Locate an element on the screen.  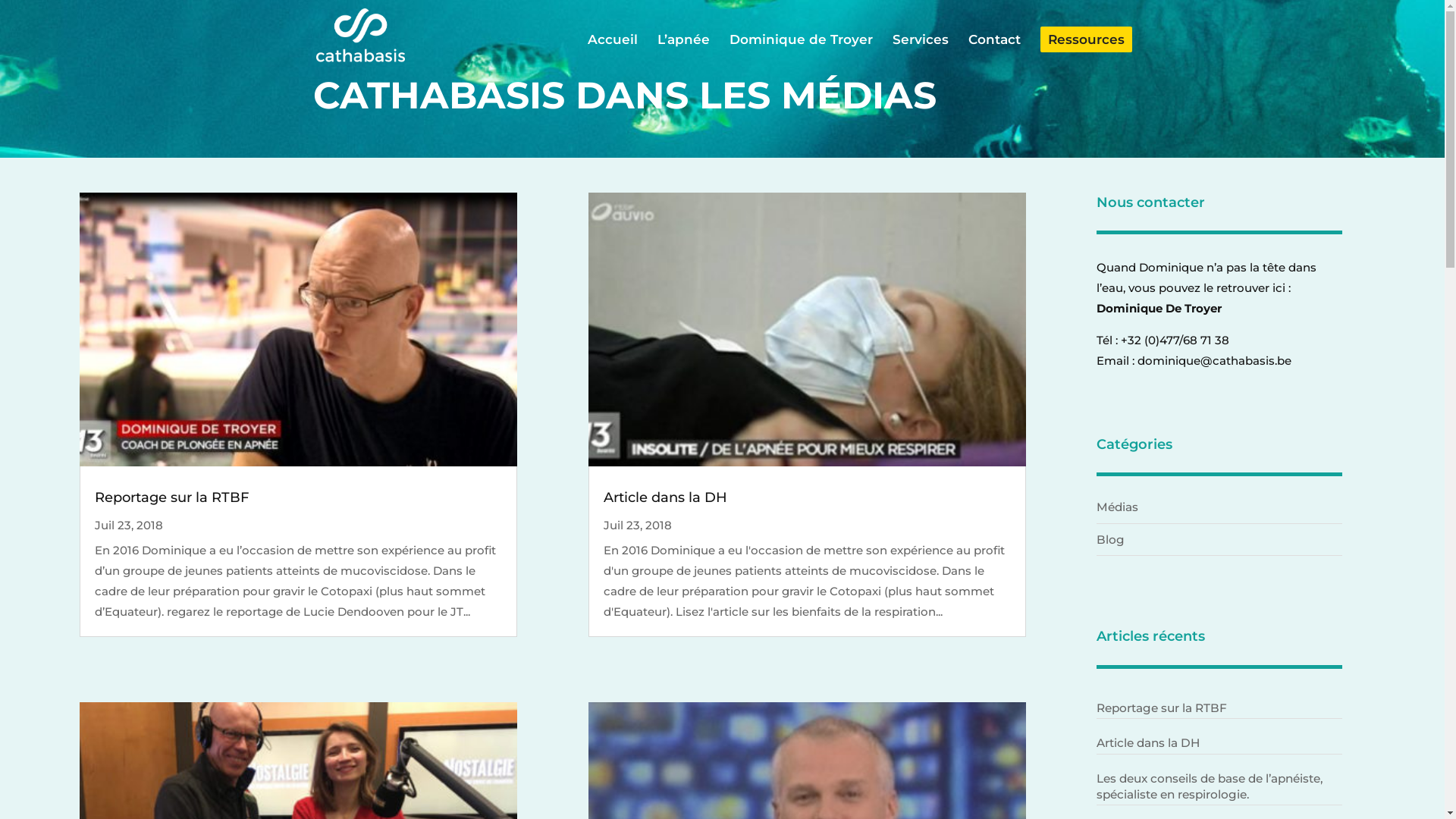
'Services' is located at coordinates (919, 52).